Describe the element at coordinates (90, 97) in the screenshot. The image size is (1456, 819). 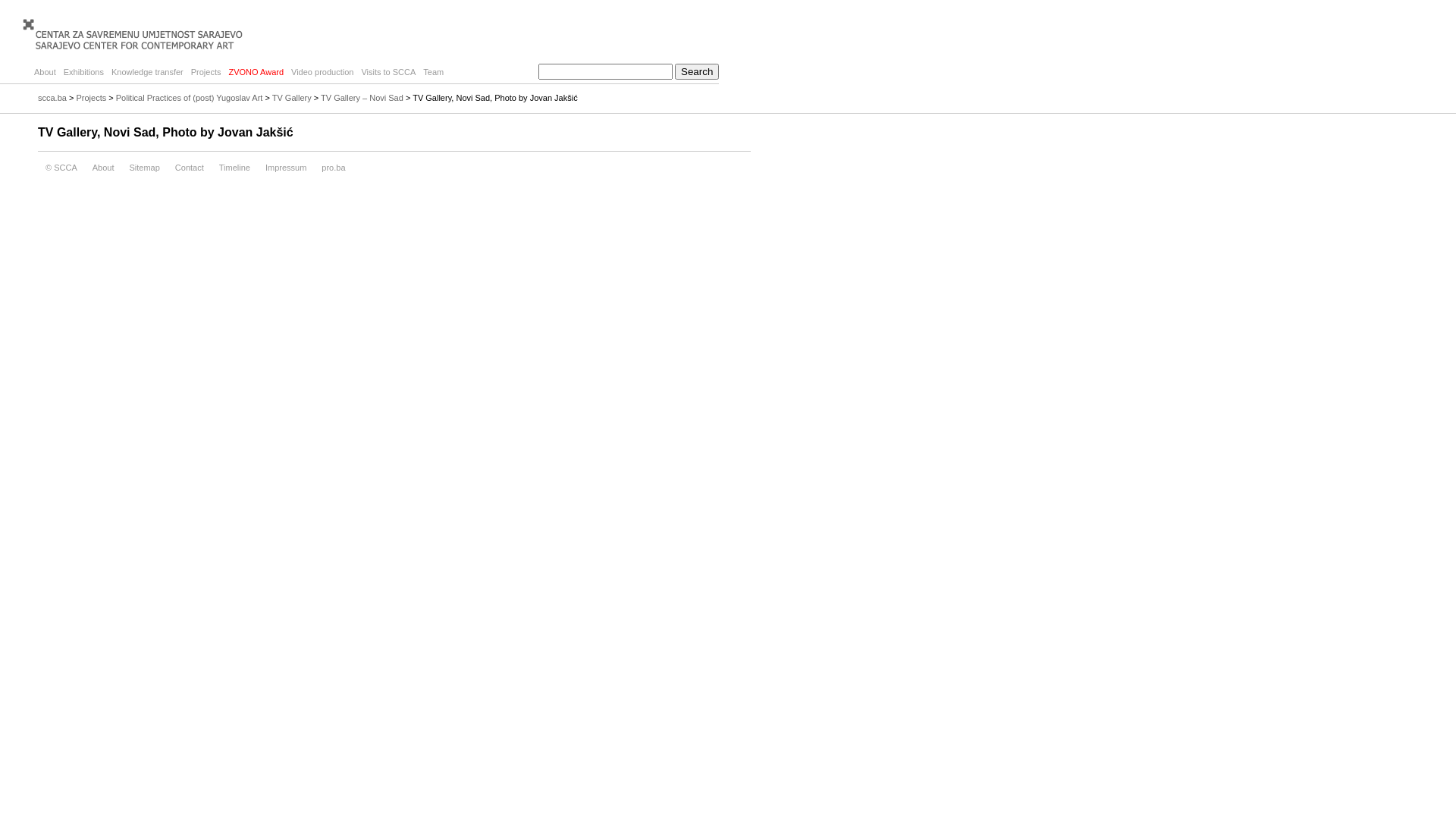
I see `'Projects'` at that location.